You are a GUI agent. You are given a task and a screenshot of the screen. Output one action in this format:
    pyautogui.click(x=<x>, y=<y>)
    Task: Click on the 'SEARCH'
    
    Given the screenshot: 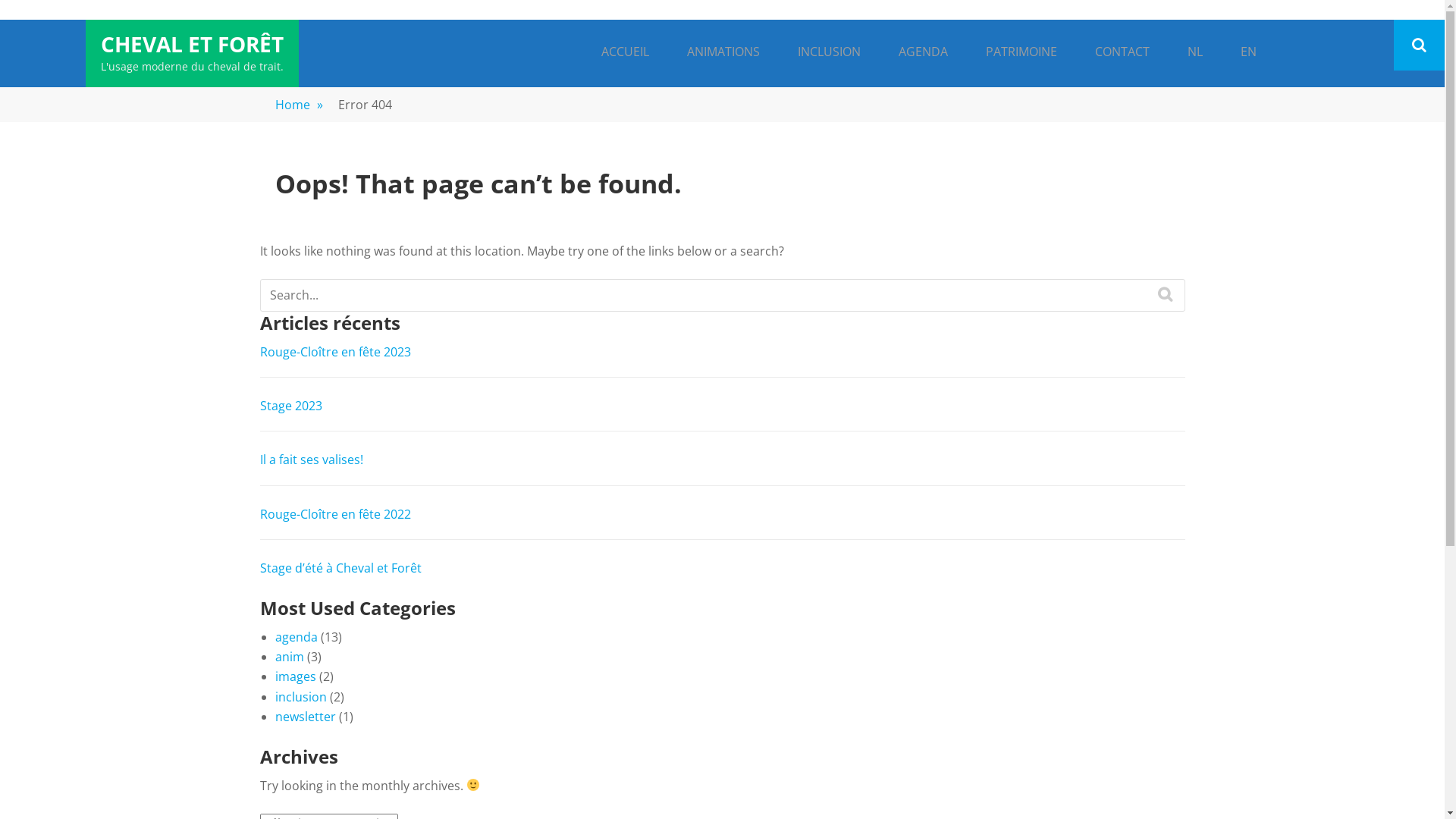 What is the action you would take?
    pyautogui.click(x=1164, y=294)
    